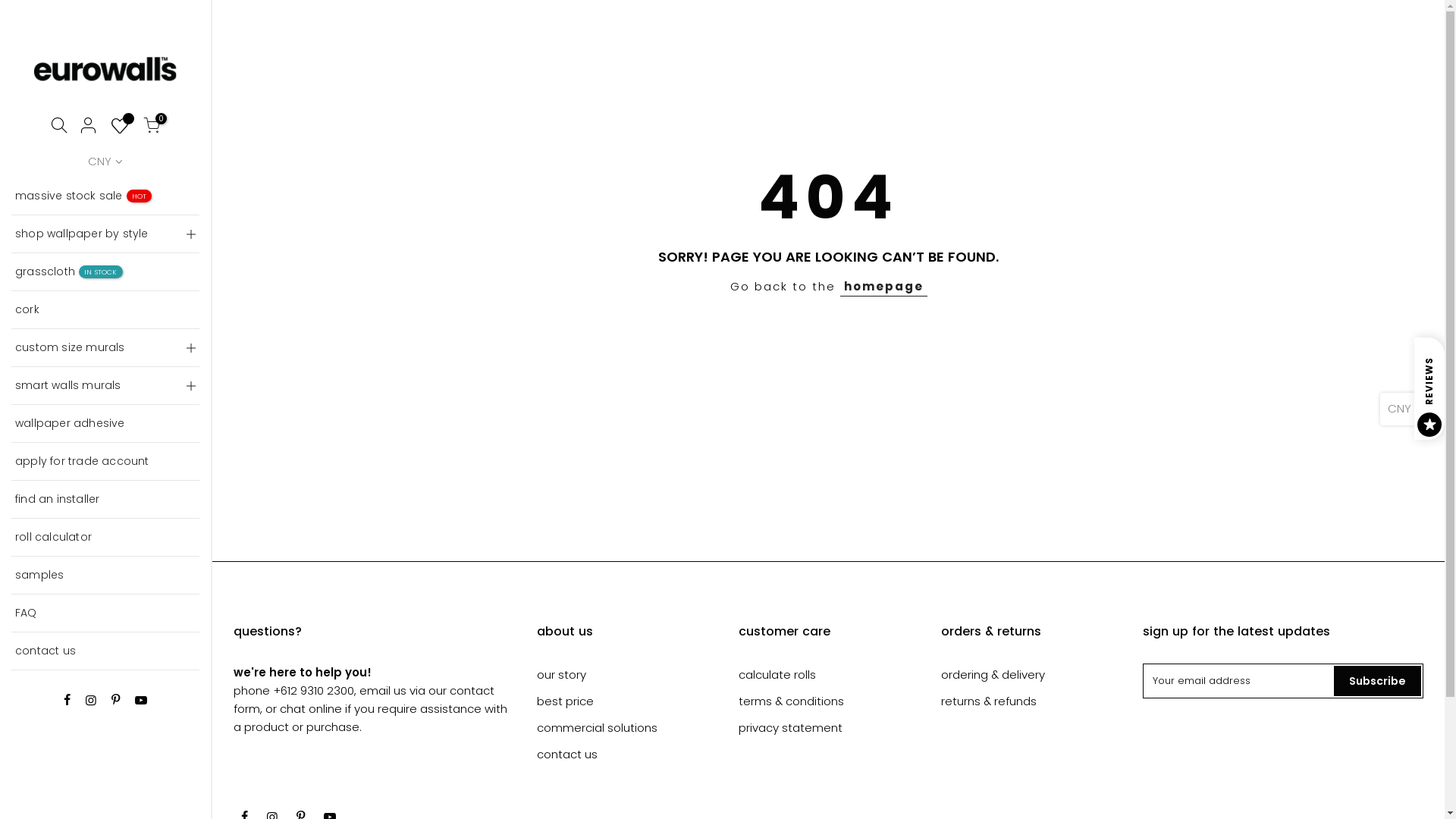 Image resolution: width=1456 pixels, height=819 pixels. Describe the element at coordinates (119, 127) in the screenshot. I see `'0'` at that location.